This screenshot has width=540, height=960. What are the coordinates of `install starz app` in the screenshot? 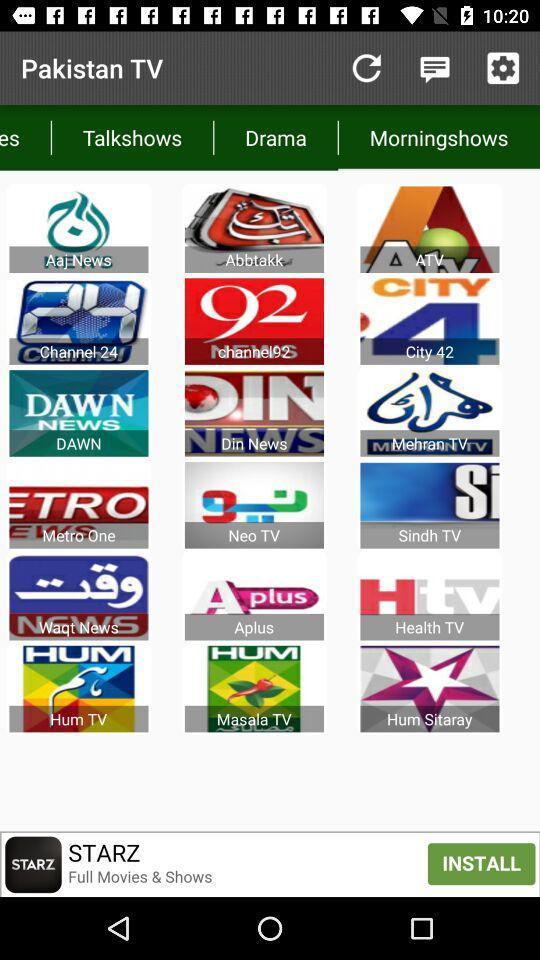 It's located at (270, 863).